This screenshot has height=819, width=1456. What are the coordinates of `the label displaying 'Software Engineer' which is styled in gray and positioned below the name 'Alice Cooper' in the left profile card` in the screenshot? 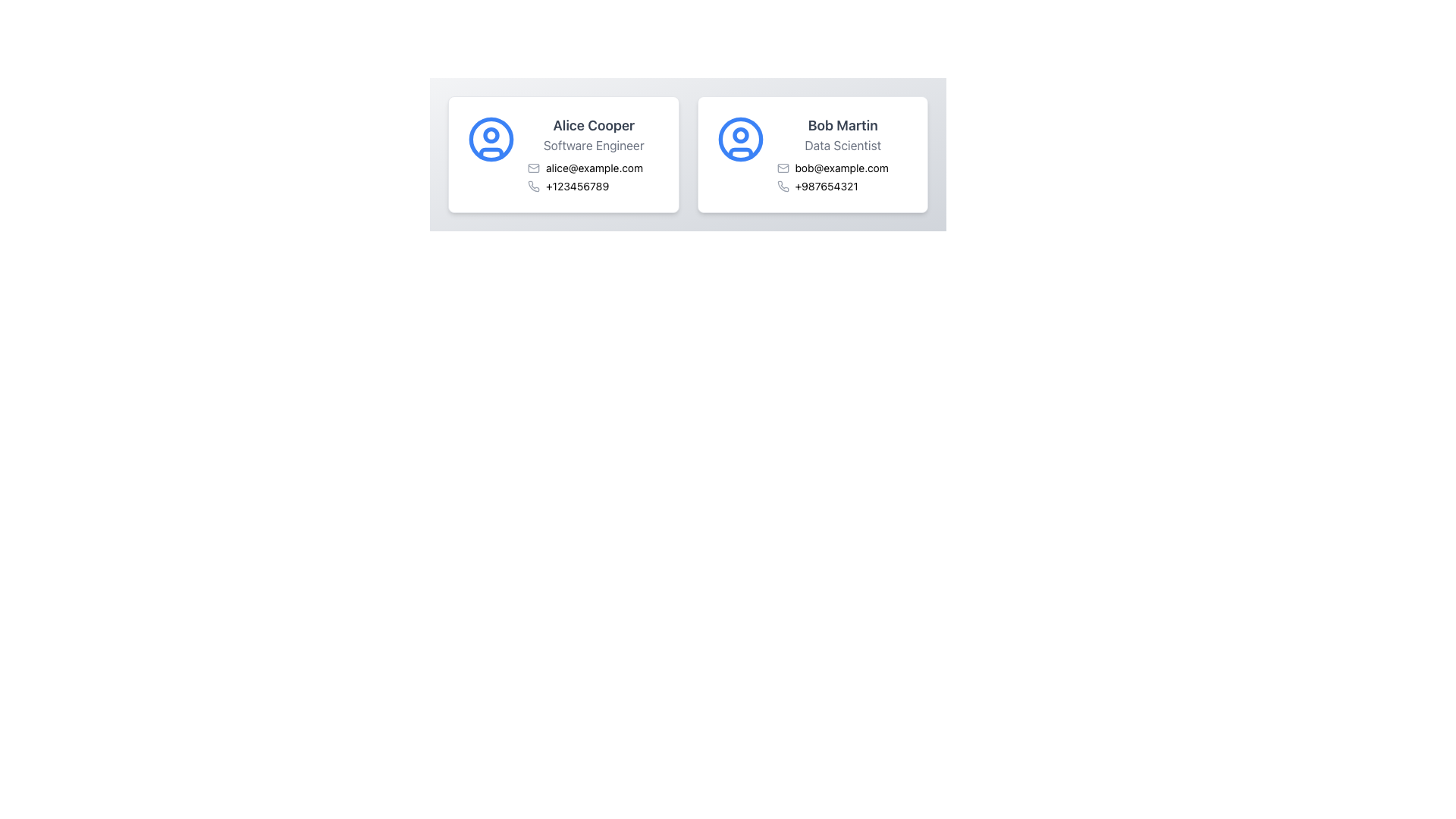 It's located at (593, 146).